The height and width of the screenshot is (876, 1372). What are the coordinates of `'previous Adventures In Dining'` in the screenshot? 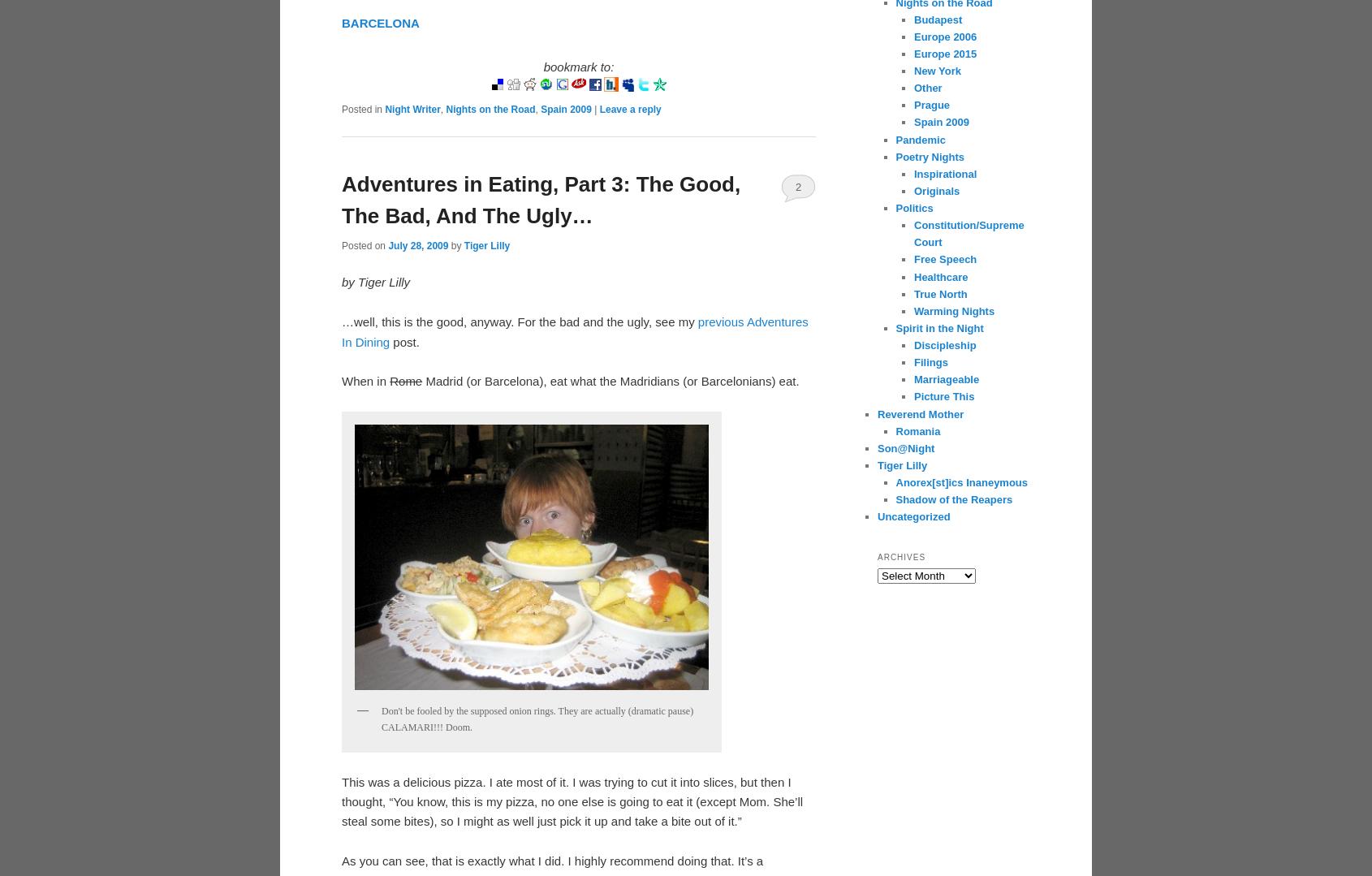 It's located at (340, 330).